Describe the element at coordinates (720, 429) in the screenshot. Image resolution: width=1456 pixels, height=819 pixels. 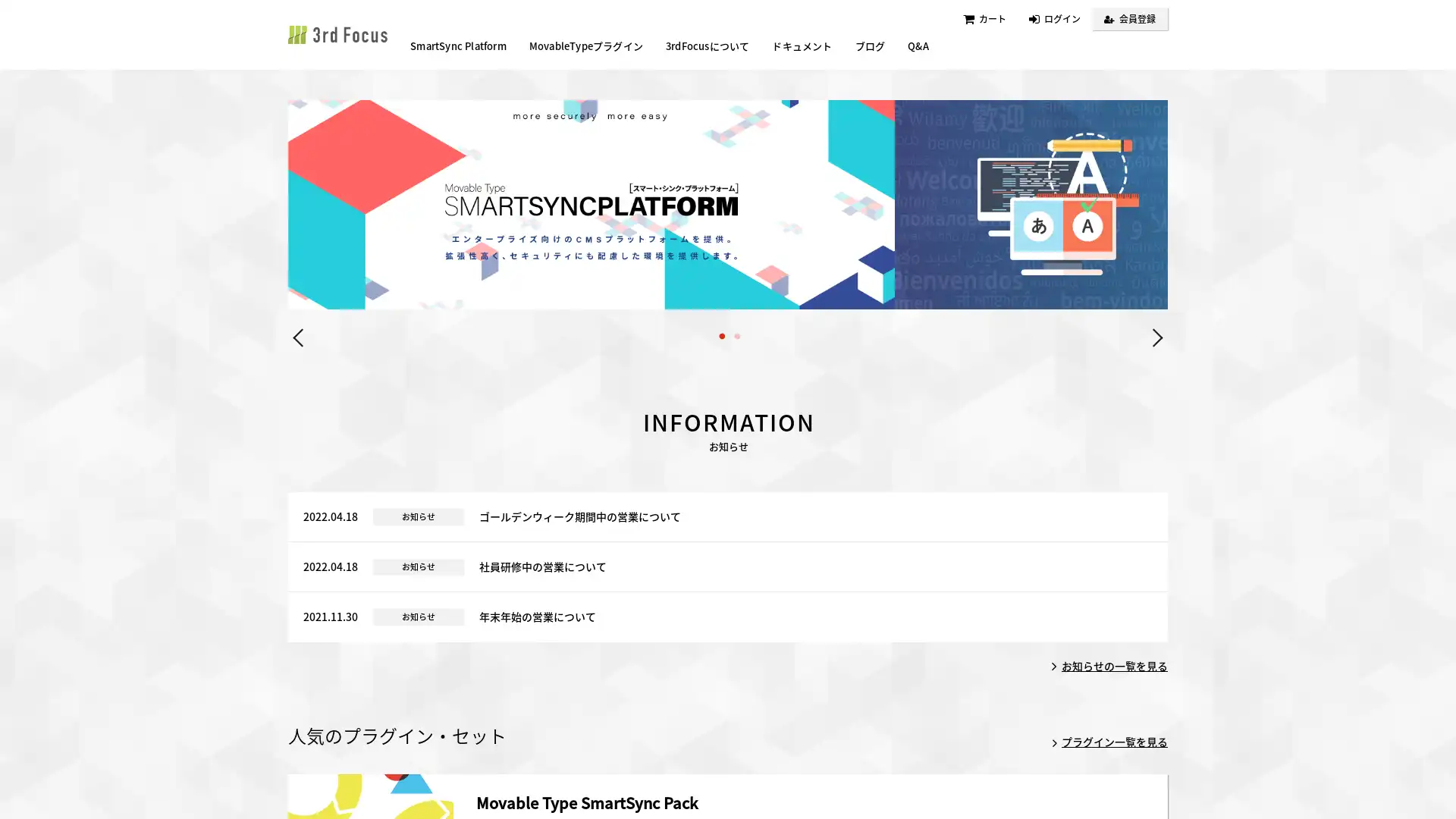
I see `1` at that location.